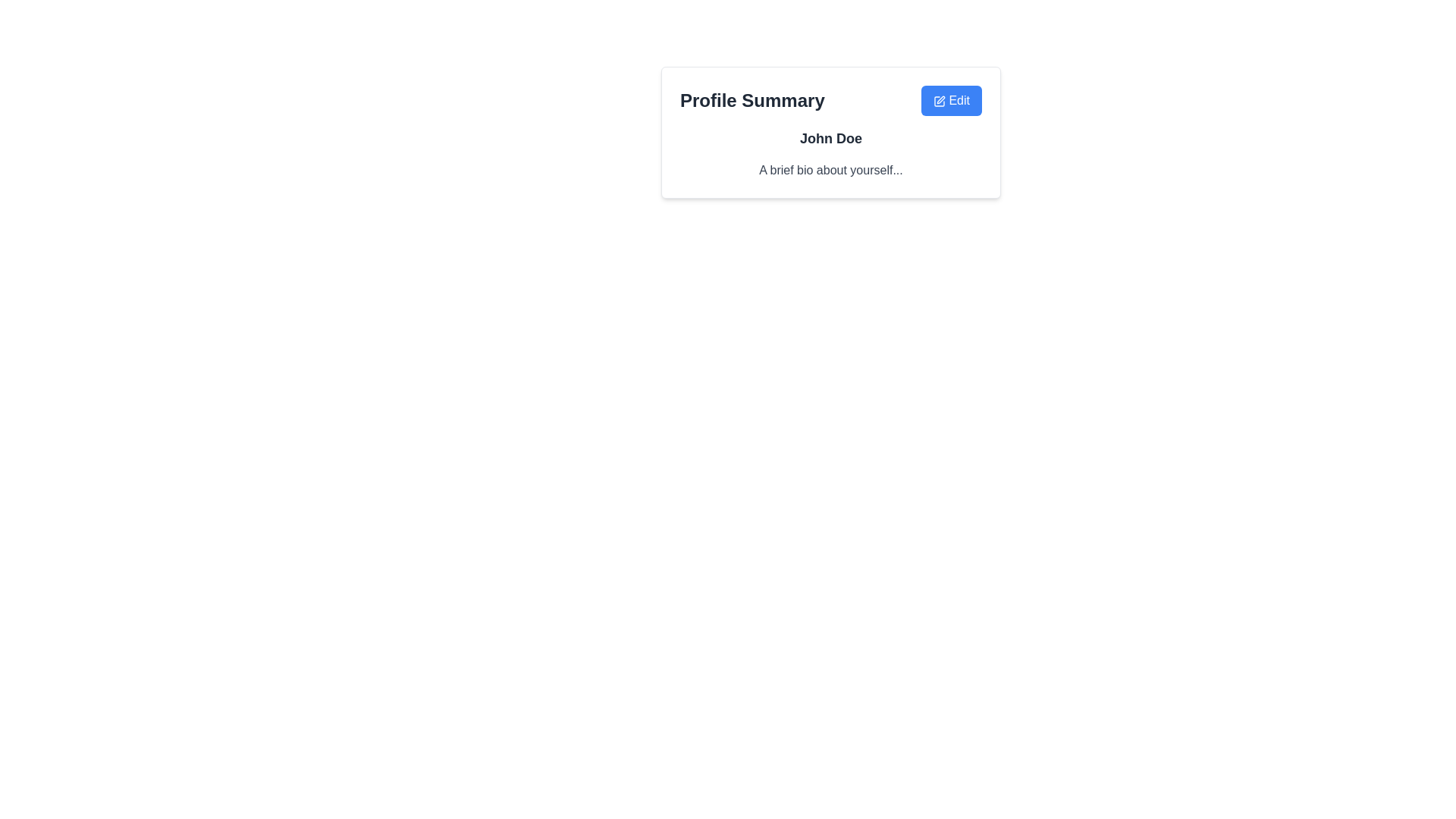  I want to click on the 'Edit' button with a blue background and rounded corners located to the right of the 'Profile Summary' header to change its background color to a darker blue, so click(950, 100).